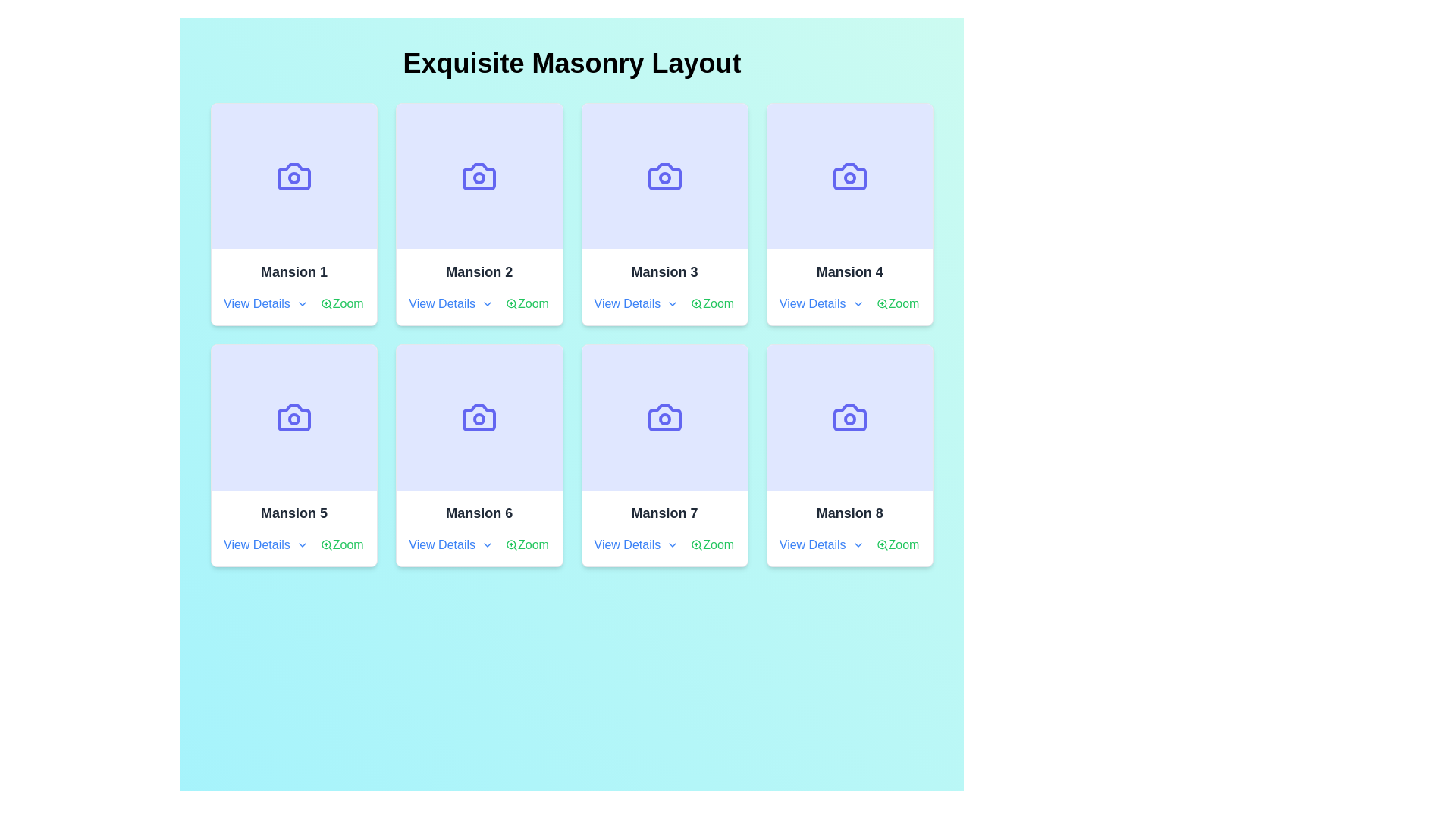  What do you see at coordinates (302, 544) in the screenshot?
I see `the downward-pointing chevron icon next to the 'View Details' text in the 'Mansion 5' card` at bounding box center [302, 544].